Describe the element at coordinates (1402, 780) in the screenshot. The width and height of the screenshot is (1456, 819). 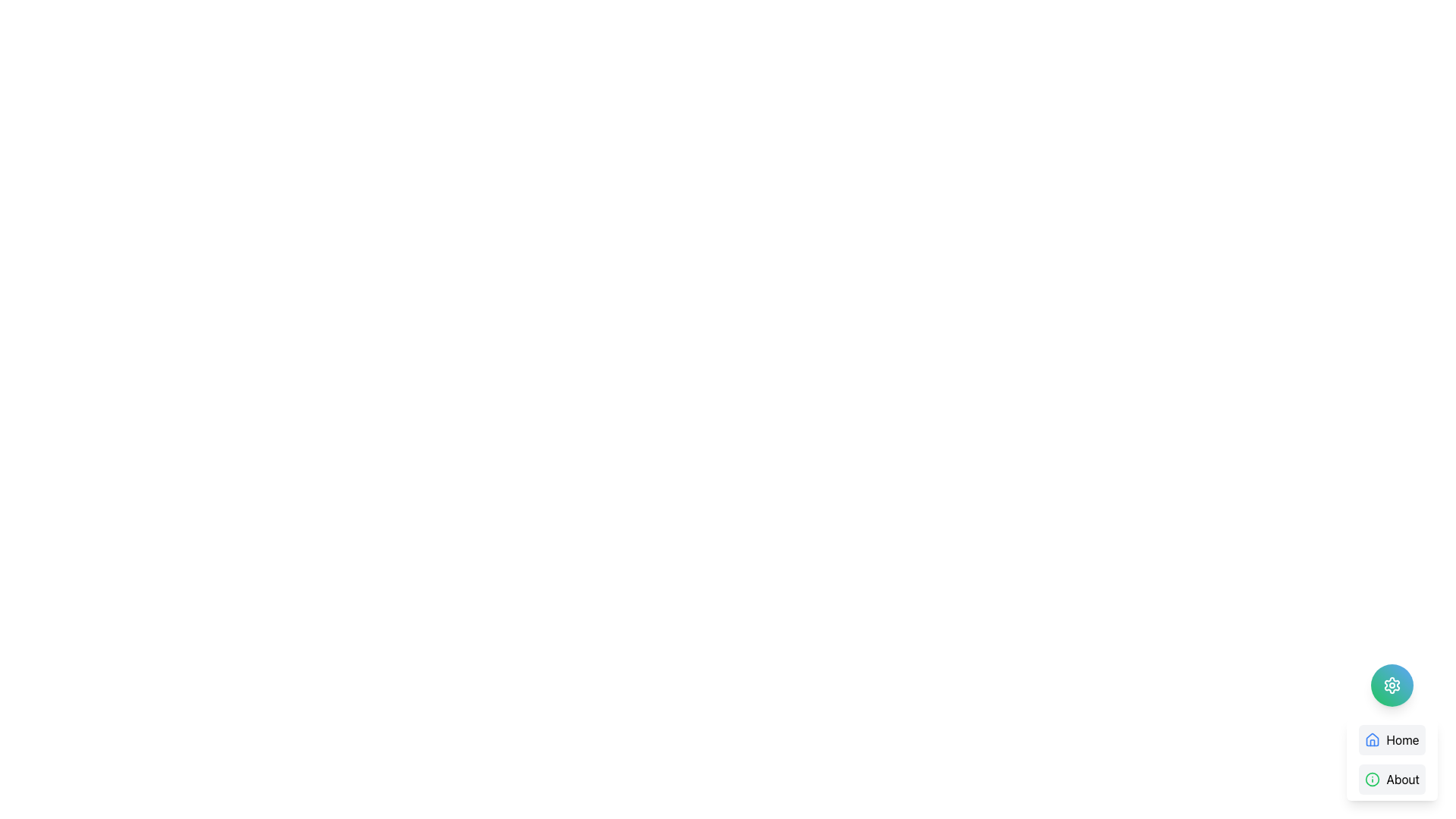
I see `the 'About' text label, which is part of a button-like component with a gray background and rounded corners` at that location.